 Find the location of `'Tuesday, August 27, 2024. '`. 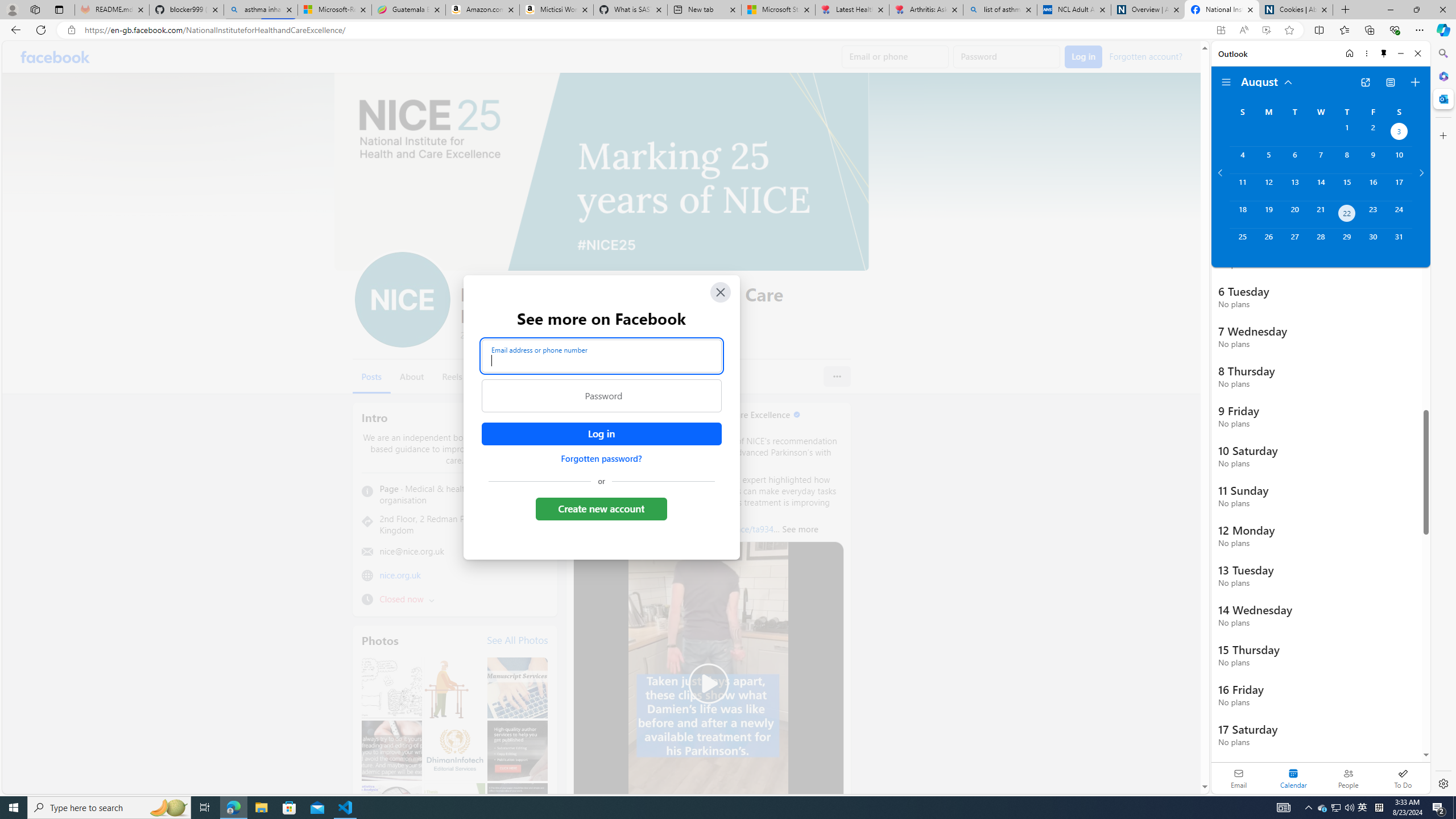

'Tuesday, August 27, 2024. ' is located at coordinates (1293, 242).